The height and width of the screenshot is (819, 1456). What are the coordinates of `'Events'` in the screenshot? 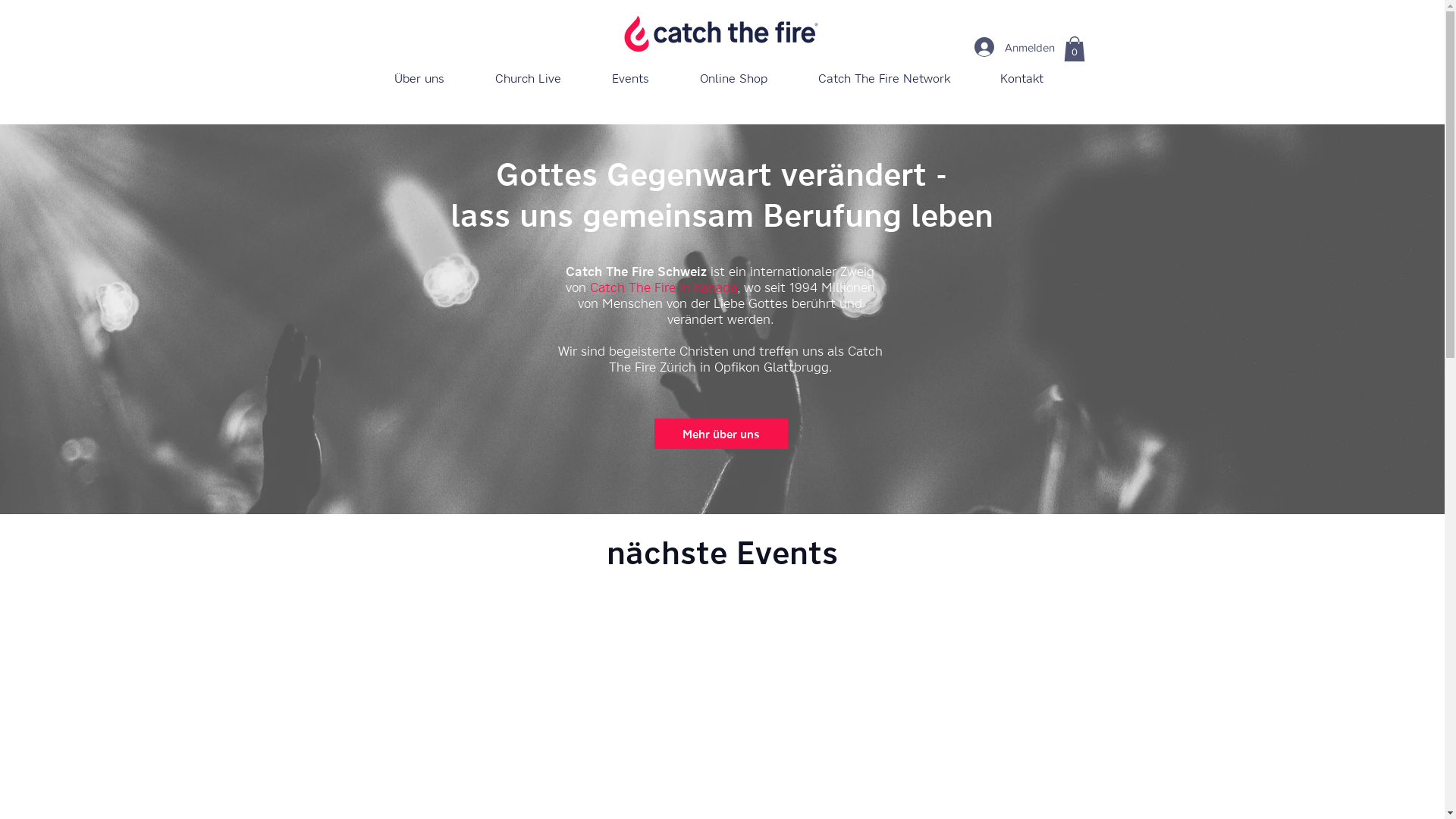 It's located at (630, 78).